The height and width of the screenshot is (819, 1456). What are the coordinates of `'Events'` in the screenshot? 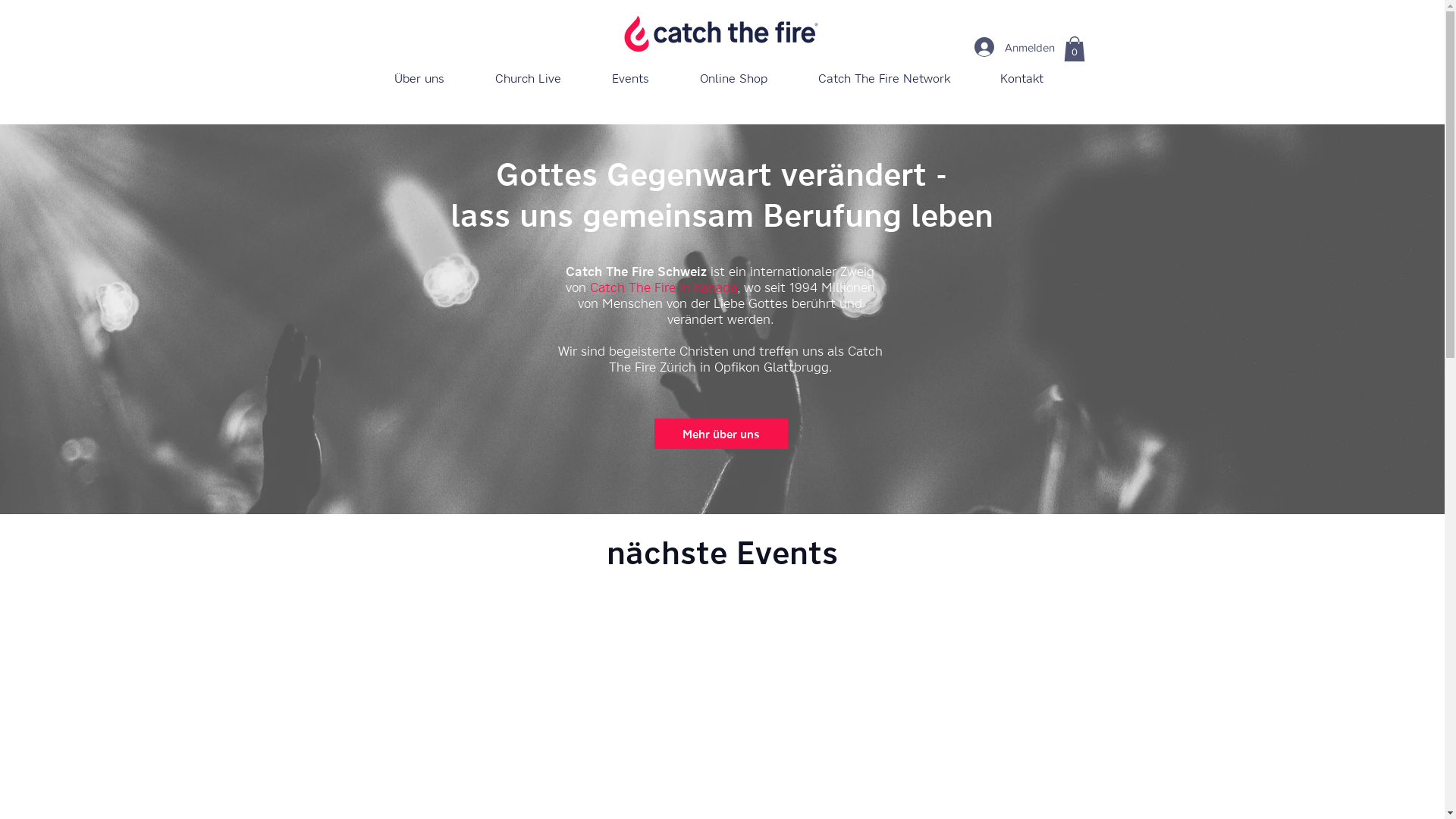 It's located at (630, 78).